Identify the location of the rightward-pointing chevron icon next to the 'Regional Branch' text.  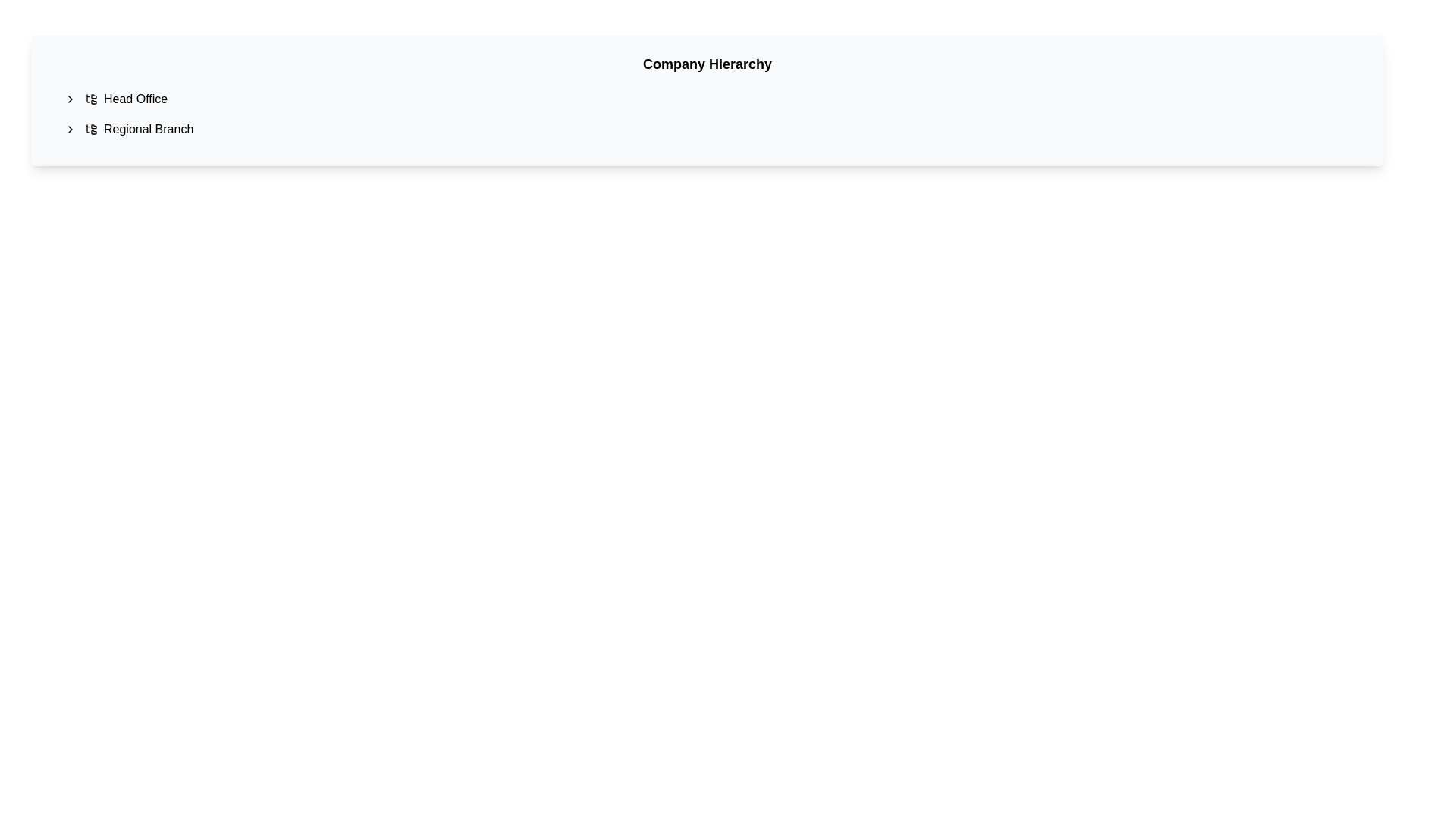
(69, 128).